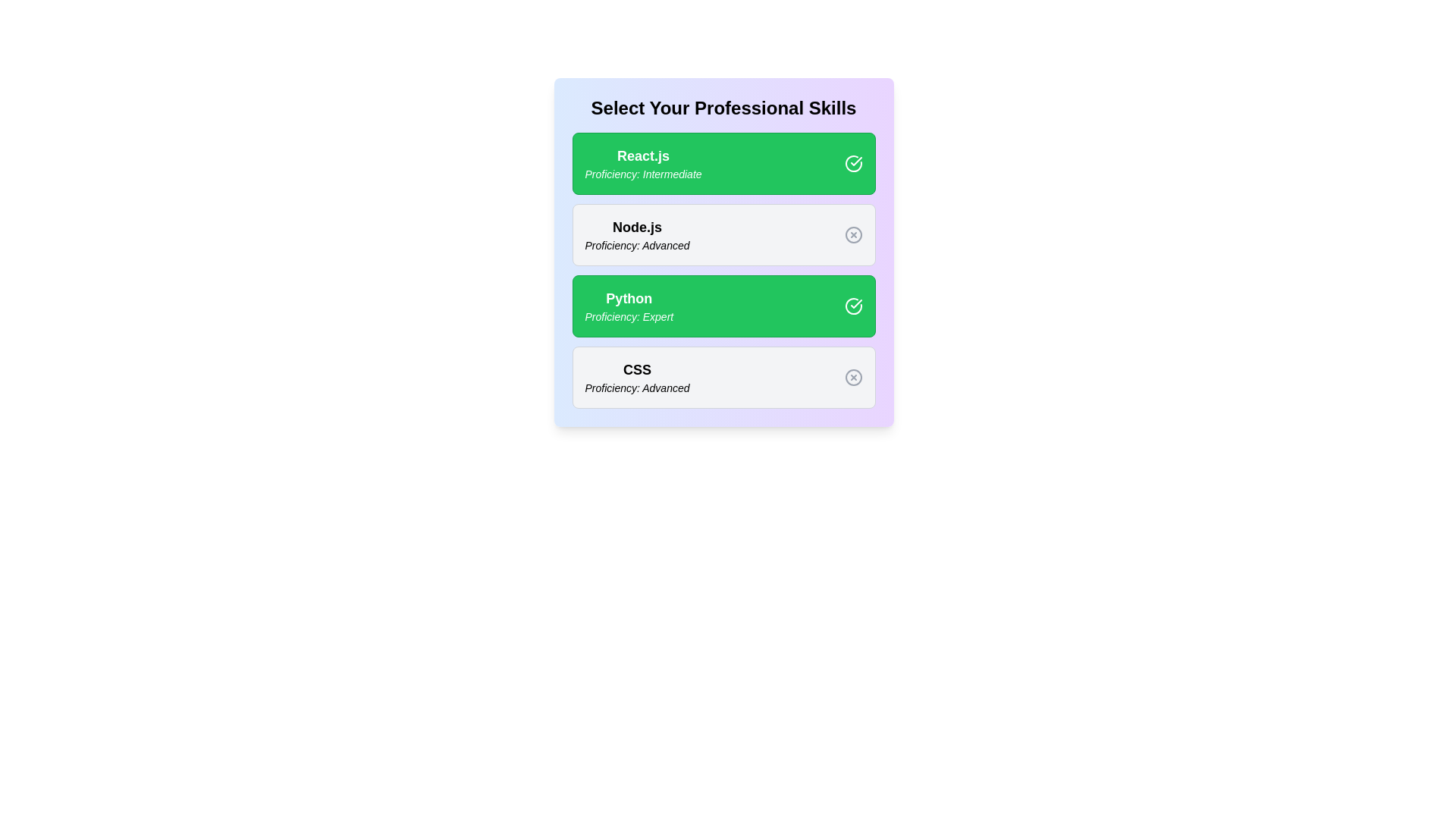 The image size is (1456, 819). Describe the element at coordinates (723, 164) in the screenshot. I see `the skill card for React.js` at that location.